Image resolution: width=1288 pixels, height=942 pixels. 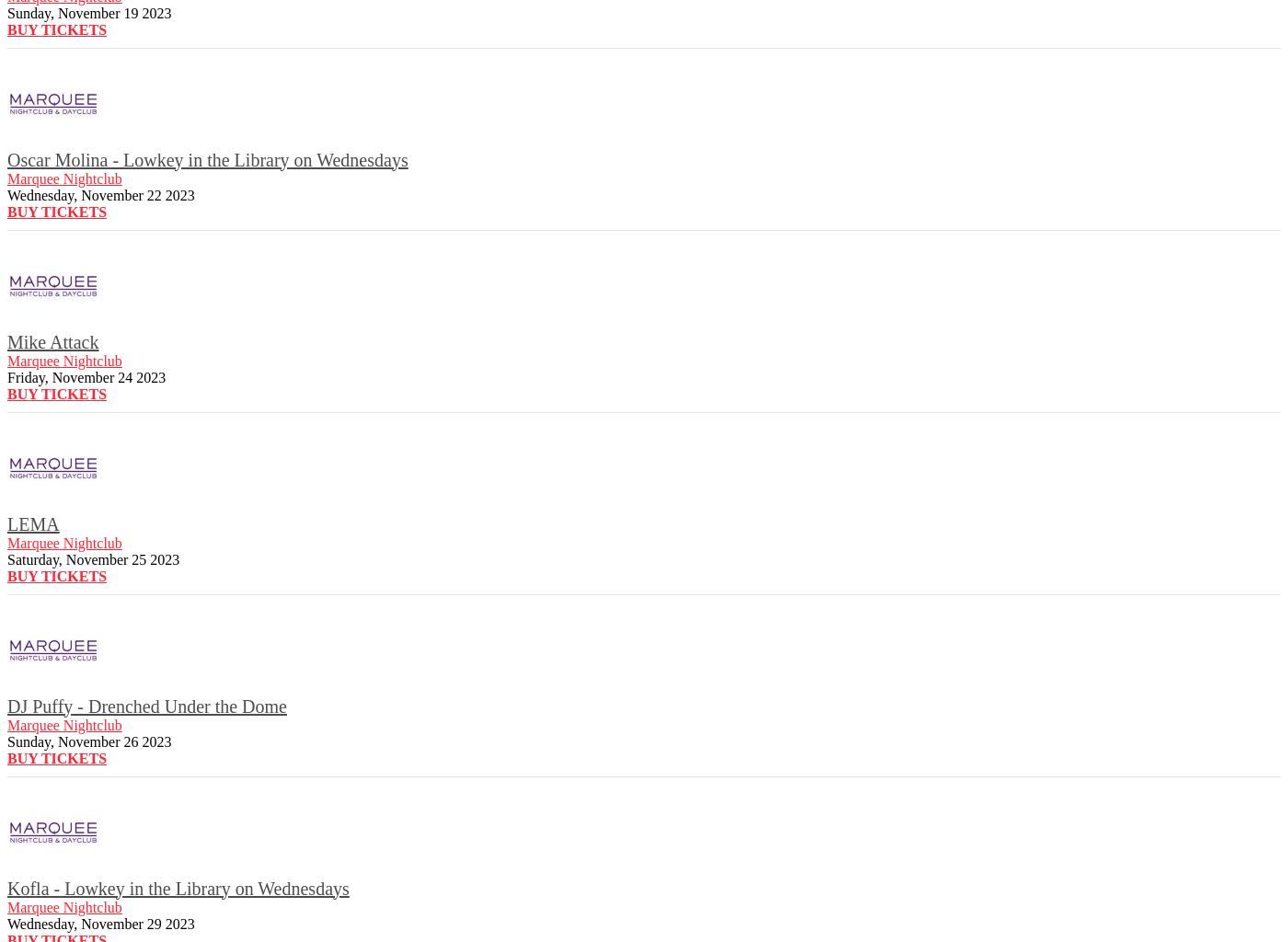 I want to click on 'Friday, November 24 2023', so click(x=6, y=375).